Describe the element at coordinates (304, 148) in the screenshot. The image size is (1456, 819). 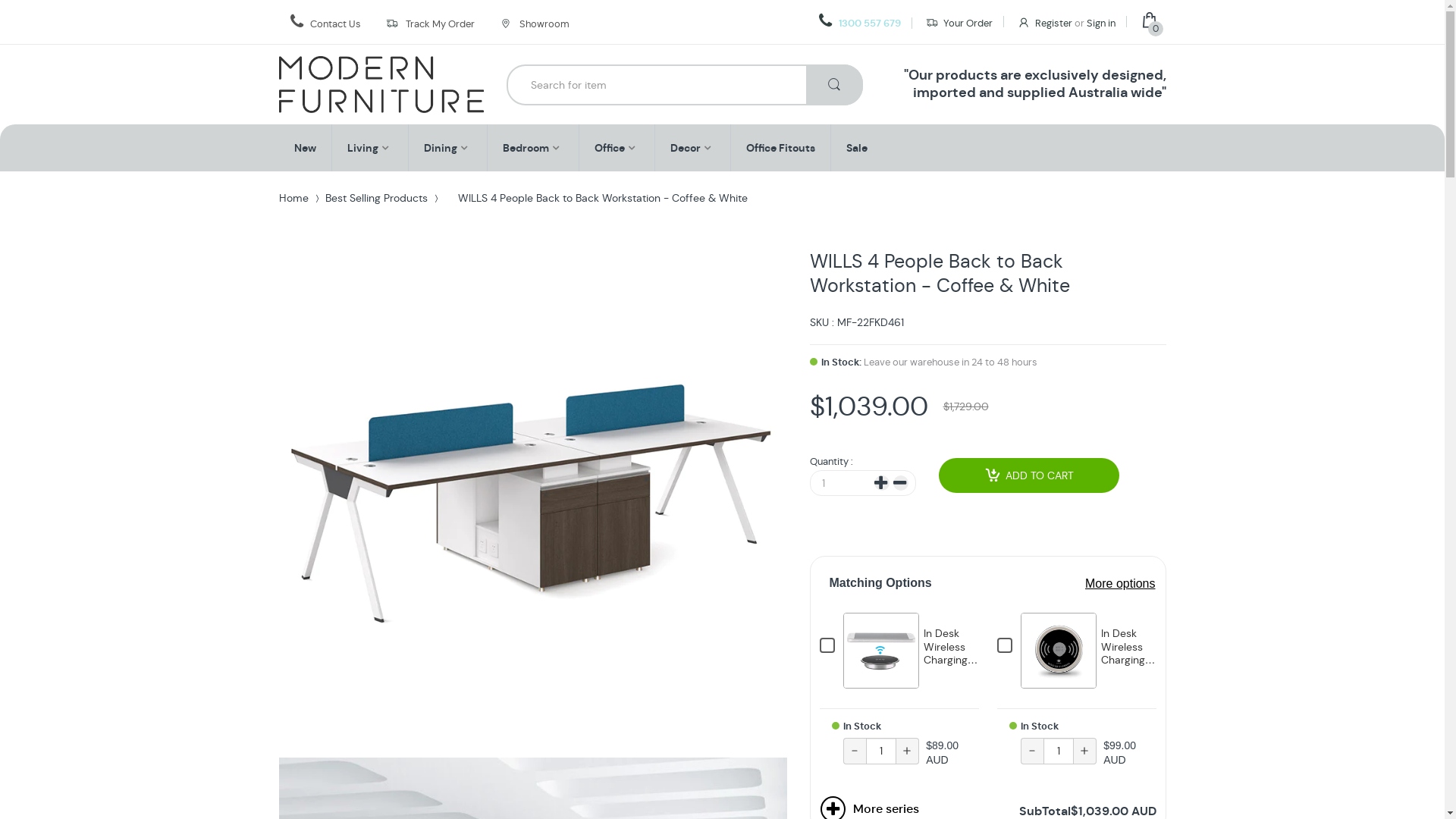
I see `'New'` at that location.